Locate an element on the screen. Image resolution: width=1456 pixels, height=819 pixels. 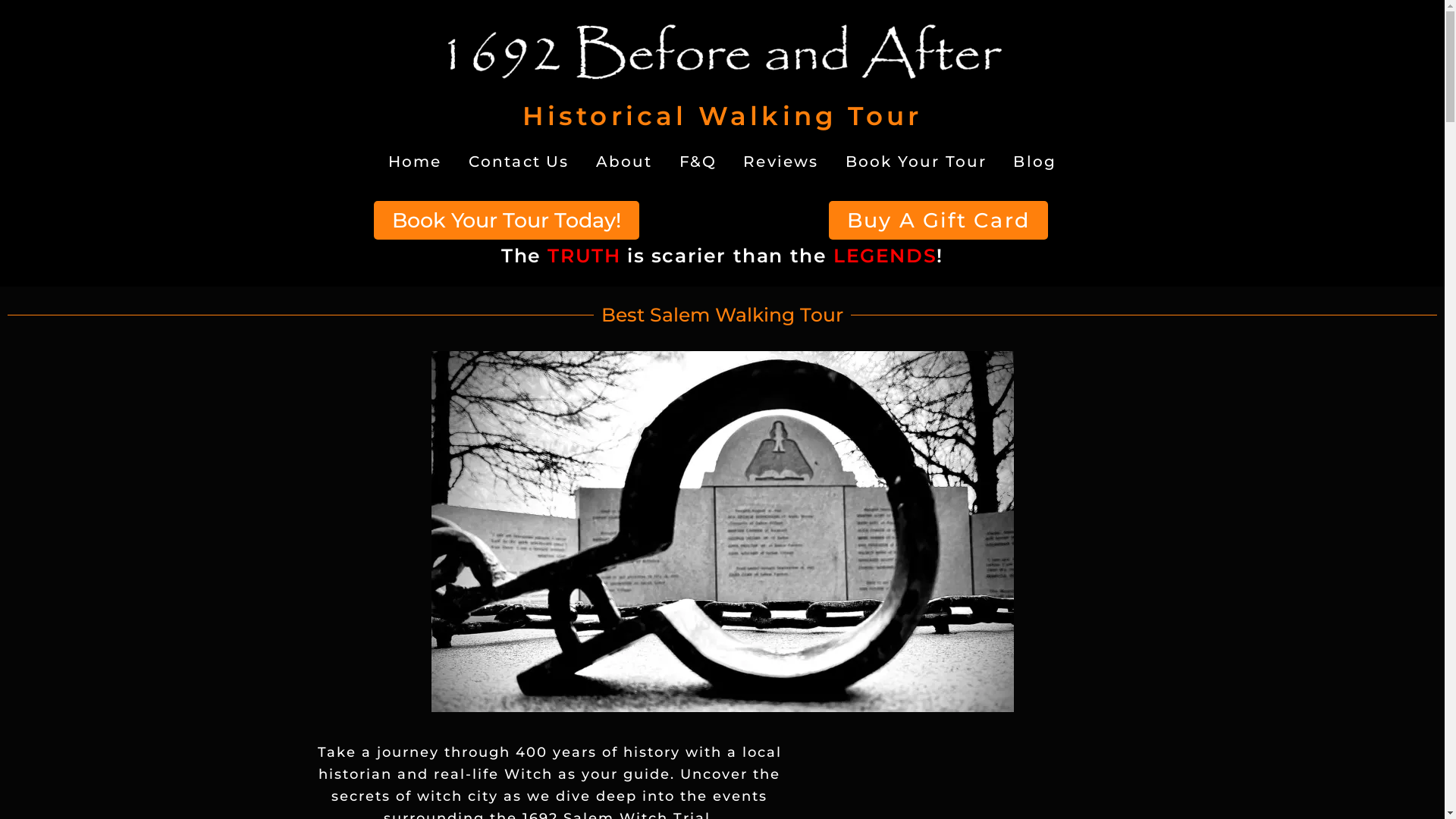
'F&Q' is located at coordinates (669, 162).